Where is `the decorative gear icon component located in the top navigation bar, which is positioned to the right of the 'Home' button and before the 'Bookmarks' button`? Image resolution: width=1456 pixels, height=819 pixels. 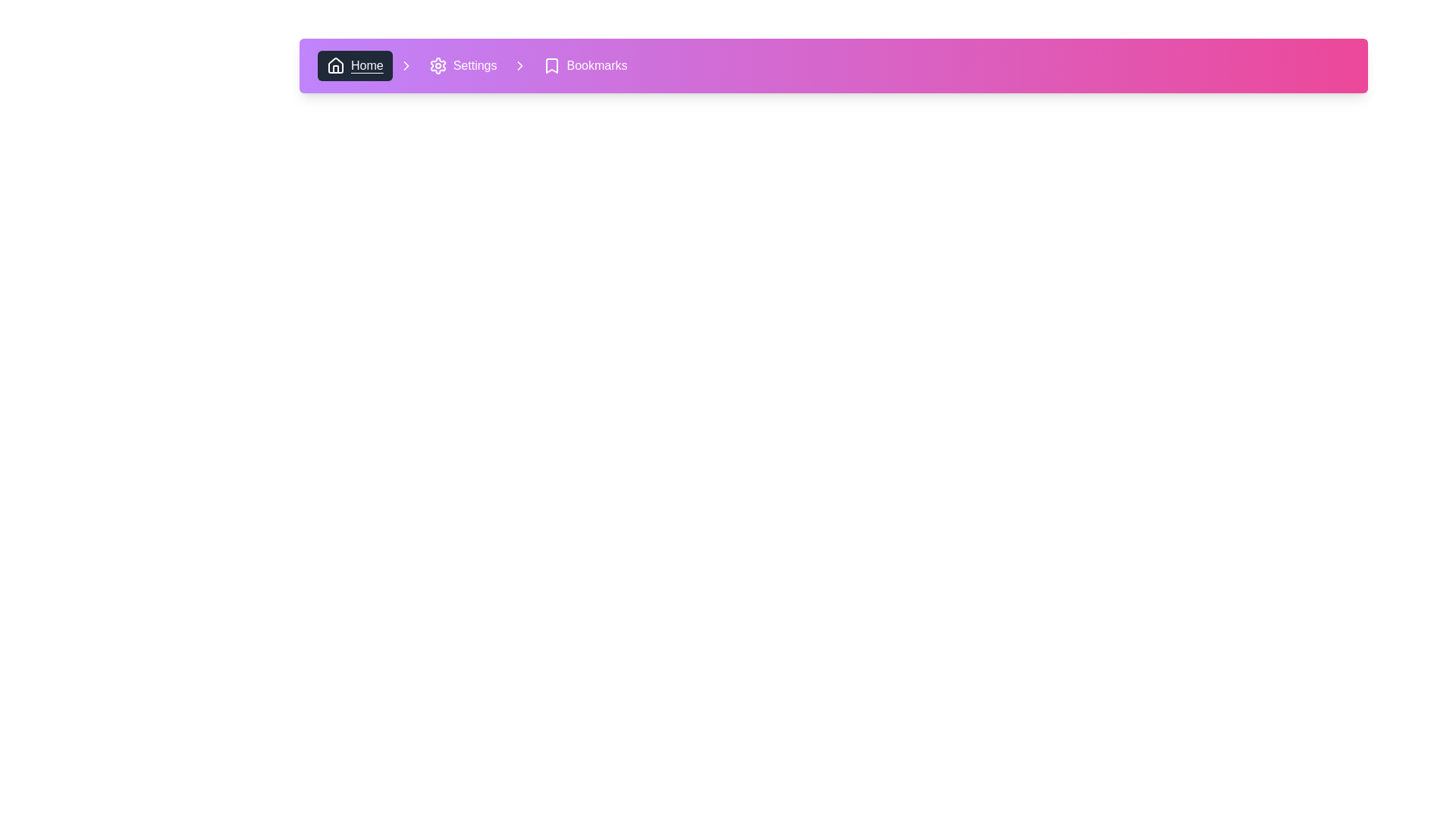
the decorative gear icon component located in the top navigation bar, which is positioned to the right of the 'Home' button and before the 'Bookmarks' button is located at coordinates (437, 65).